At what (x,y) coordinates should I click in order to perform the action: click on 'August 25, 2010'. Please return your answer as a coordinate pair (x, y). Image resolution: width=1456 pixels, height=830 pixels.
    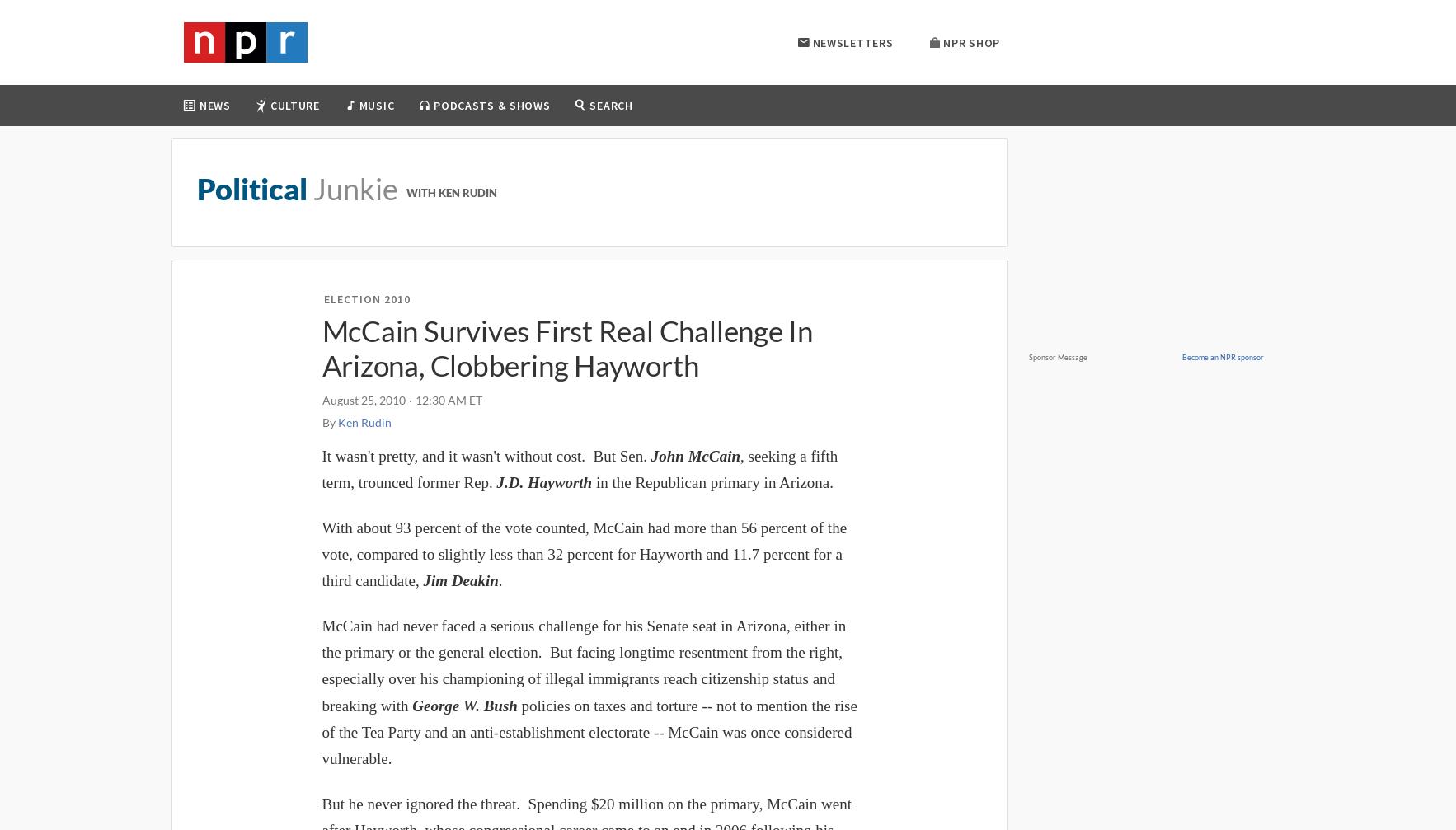
    Looking at the image, I should click on (362, 400).